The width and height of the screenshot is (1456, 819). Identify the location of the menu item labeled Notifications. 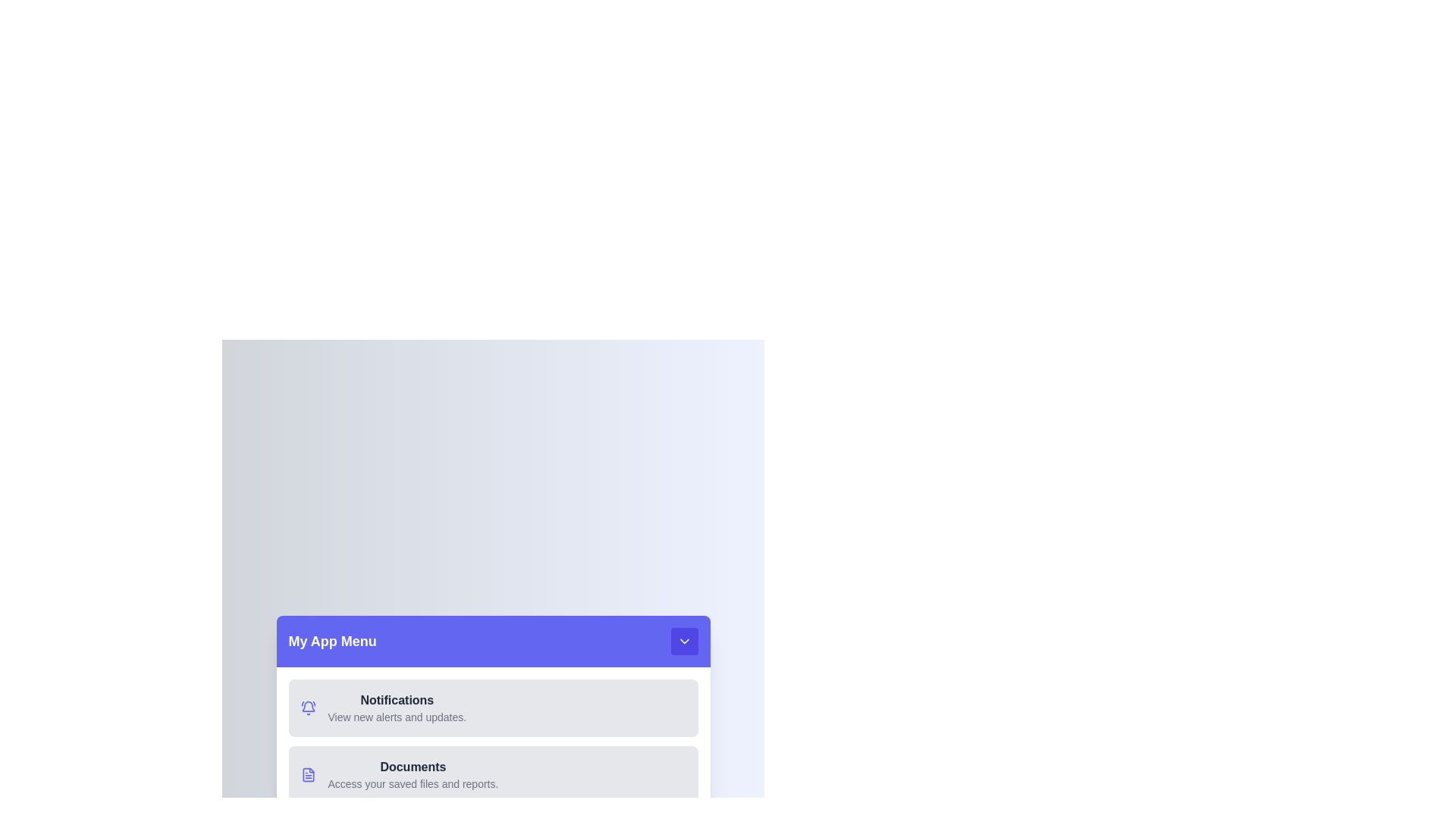
(493, 708).